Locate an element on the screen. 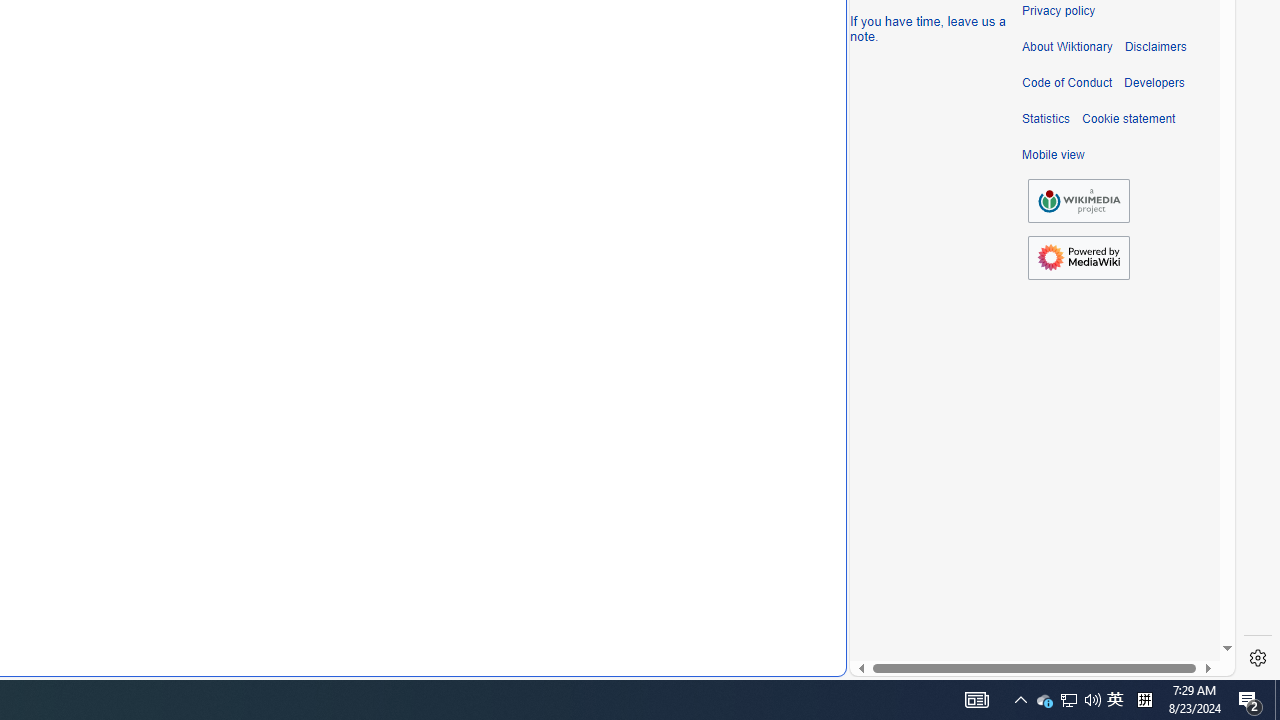 The image size is (1280, 720). 'Statistics' is located at coordinates (1045, 119).